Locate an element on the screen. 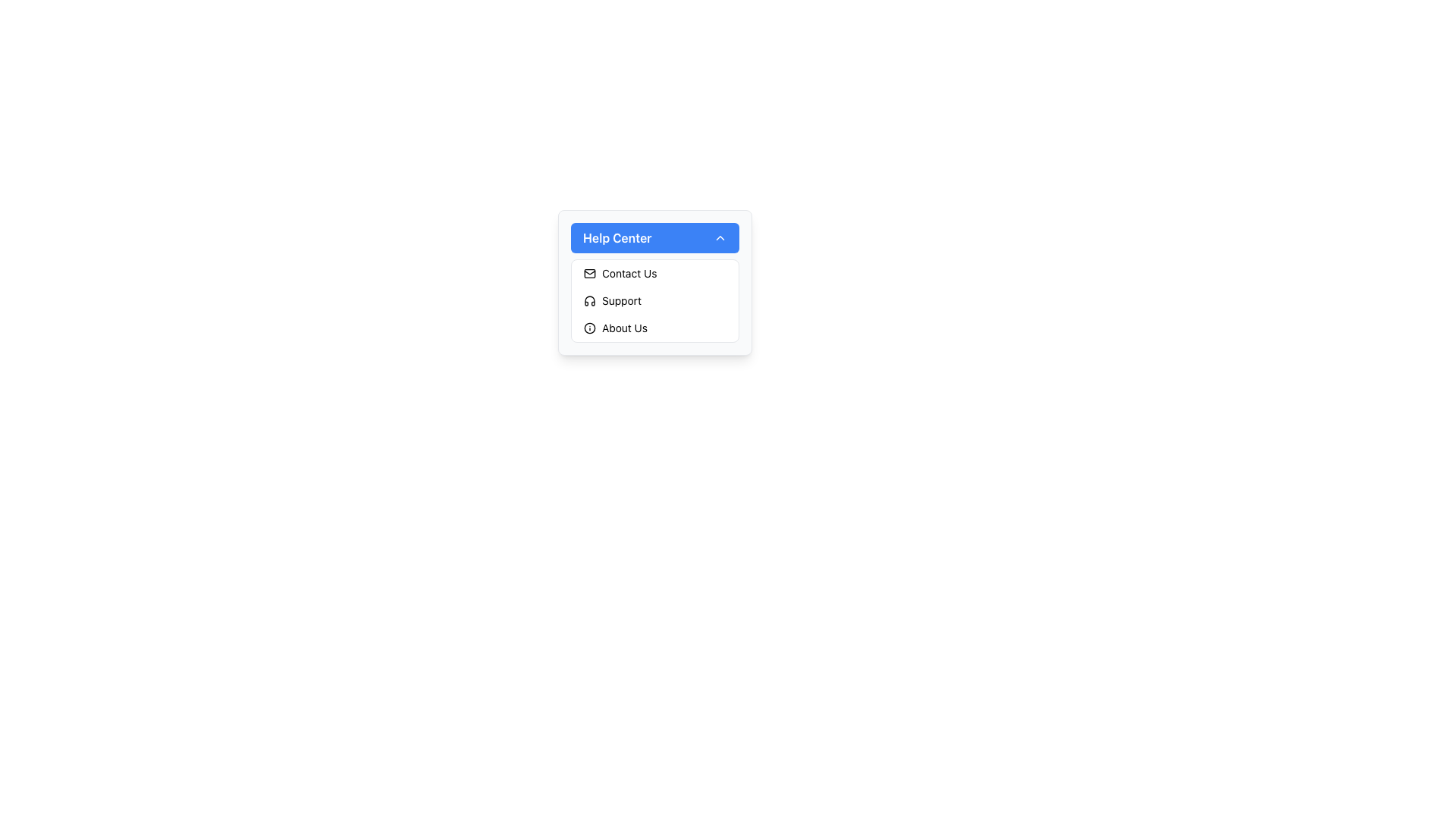  the text label indicating the 'Help Center' dropdown button, which is positioned at the top of the button and serves as its title is located at coordinates (617, 237).